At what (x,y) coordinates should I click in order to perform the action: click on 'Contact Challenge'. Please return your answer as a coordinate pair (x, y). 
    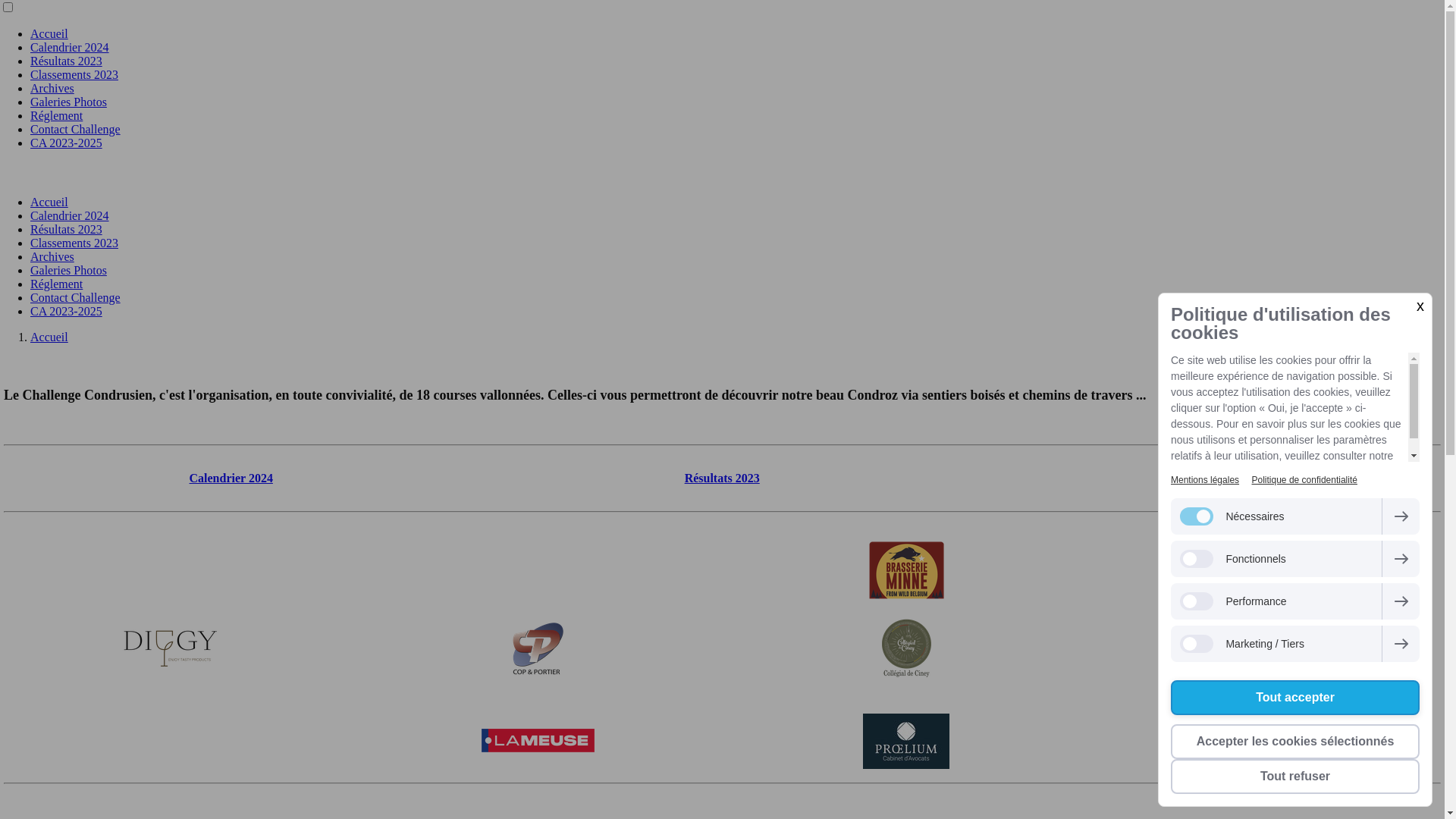
    Looking at the image, I should click on (74, 297).